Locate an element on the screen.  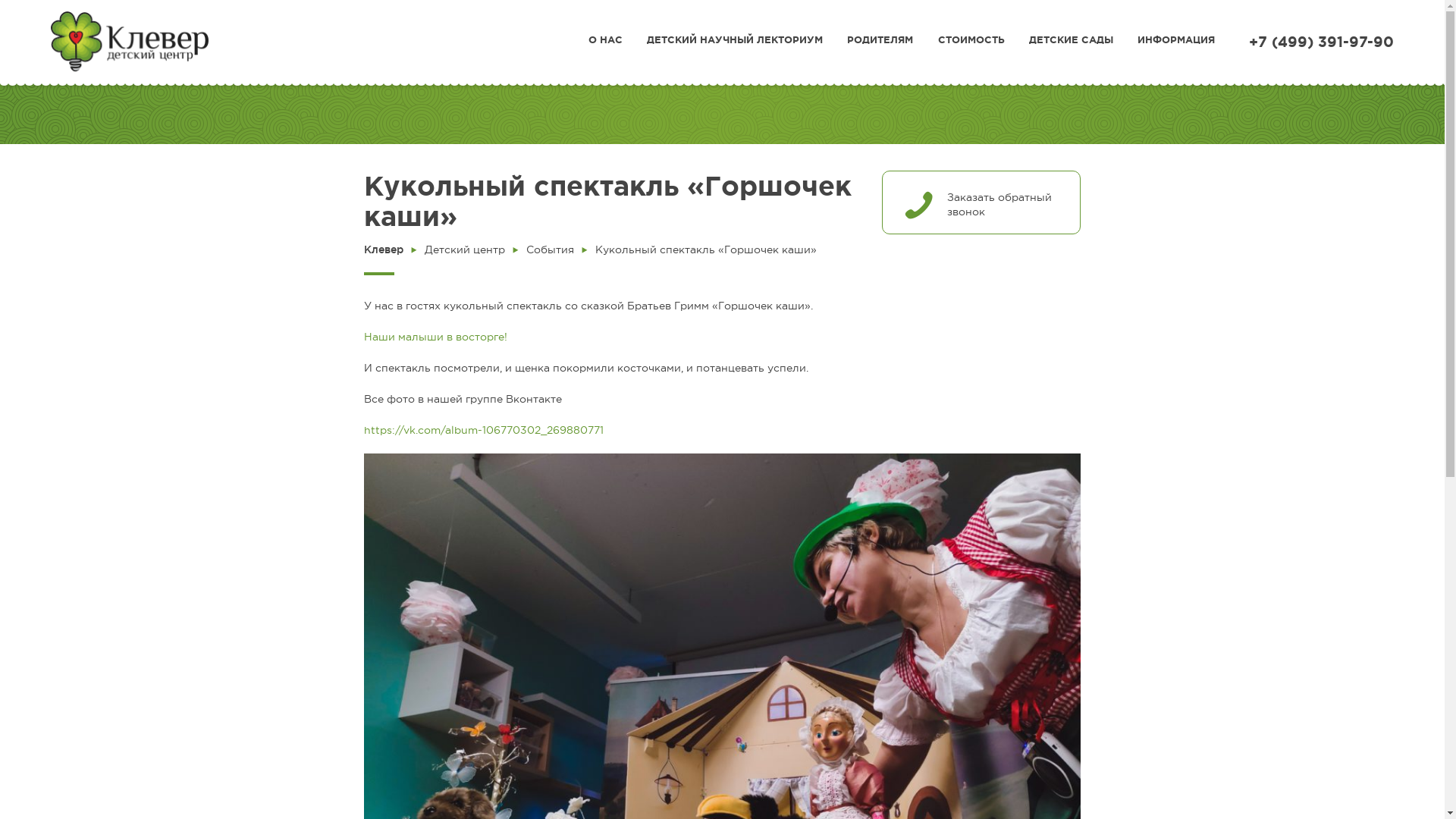
'https://vk.com/album-106770302_269880771' is located at coordinates (483, 430).